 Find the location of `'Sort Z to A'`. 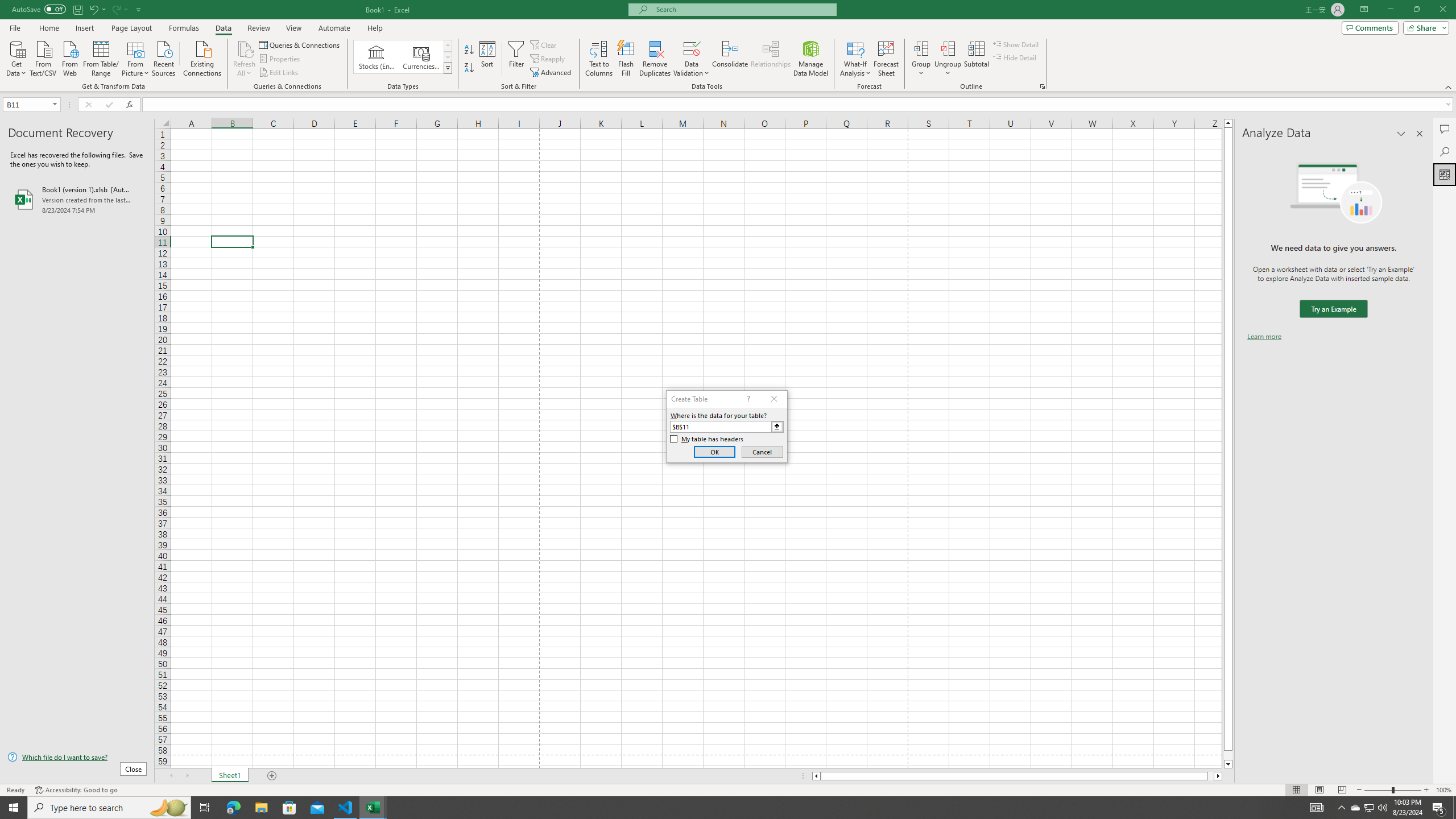

'Sort Z to A' is located at coordinates (469, 67).